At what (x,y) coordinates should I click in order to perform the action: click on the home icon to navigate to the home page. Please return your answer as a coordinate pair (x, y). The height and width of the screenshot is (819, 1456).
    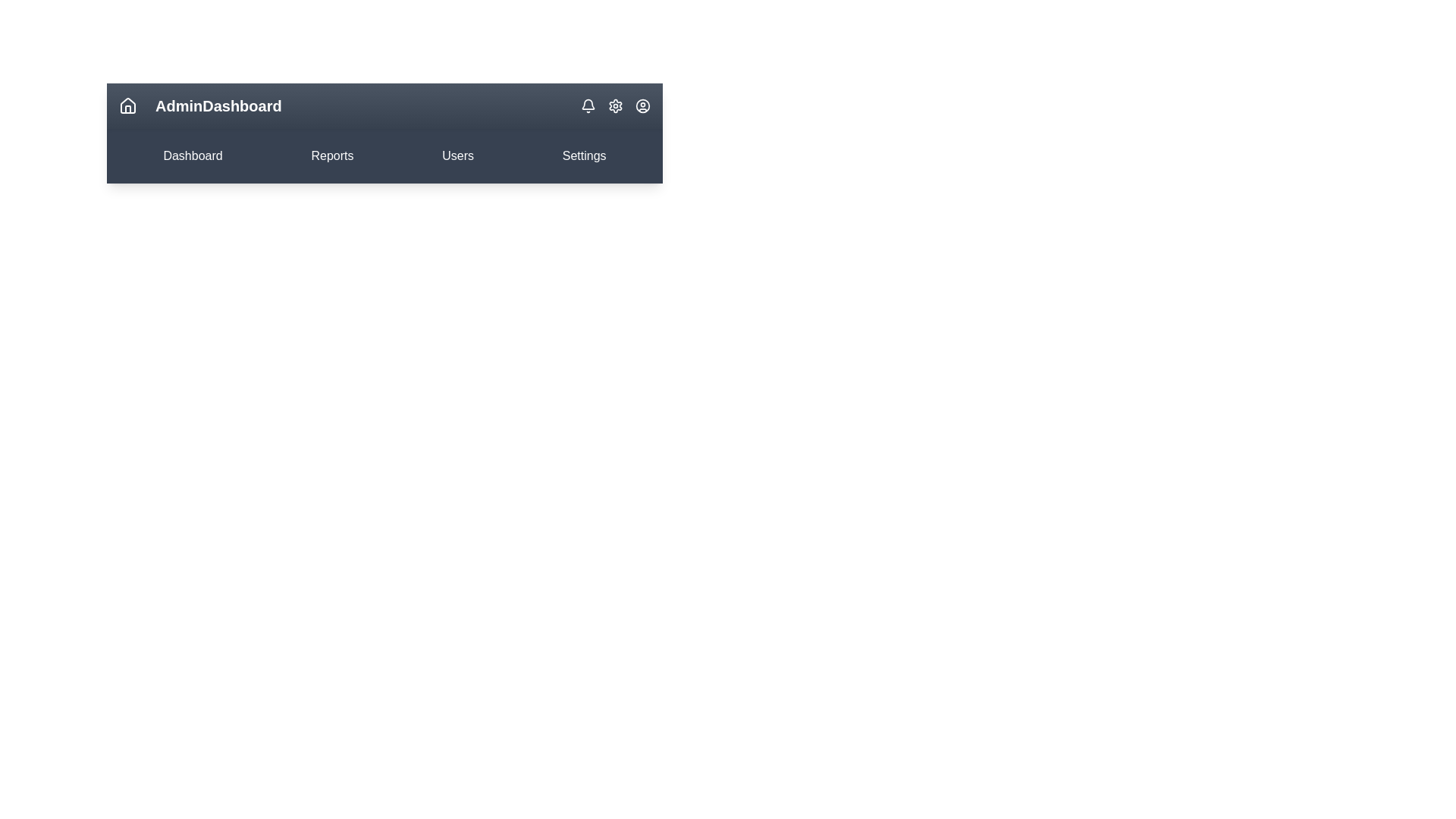
    Looking at the image, I should click on (127, 105).